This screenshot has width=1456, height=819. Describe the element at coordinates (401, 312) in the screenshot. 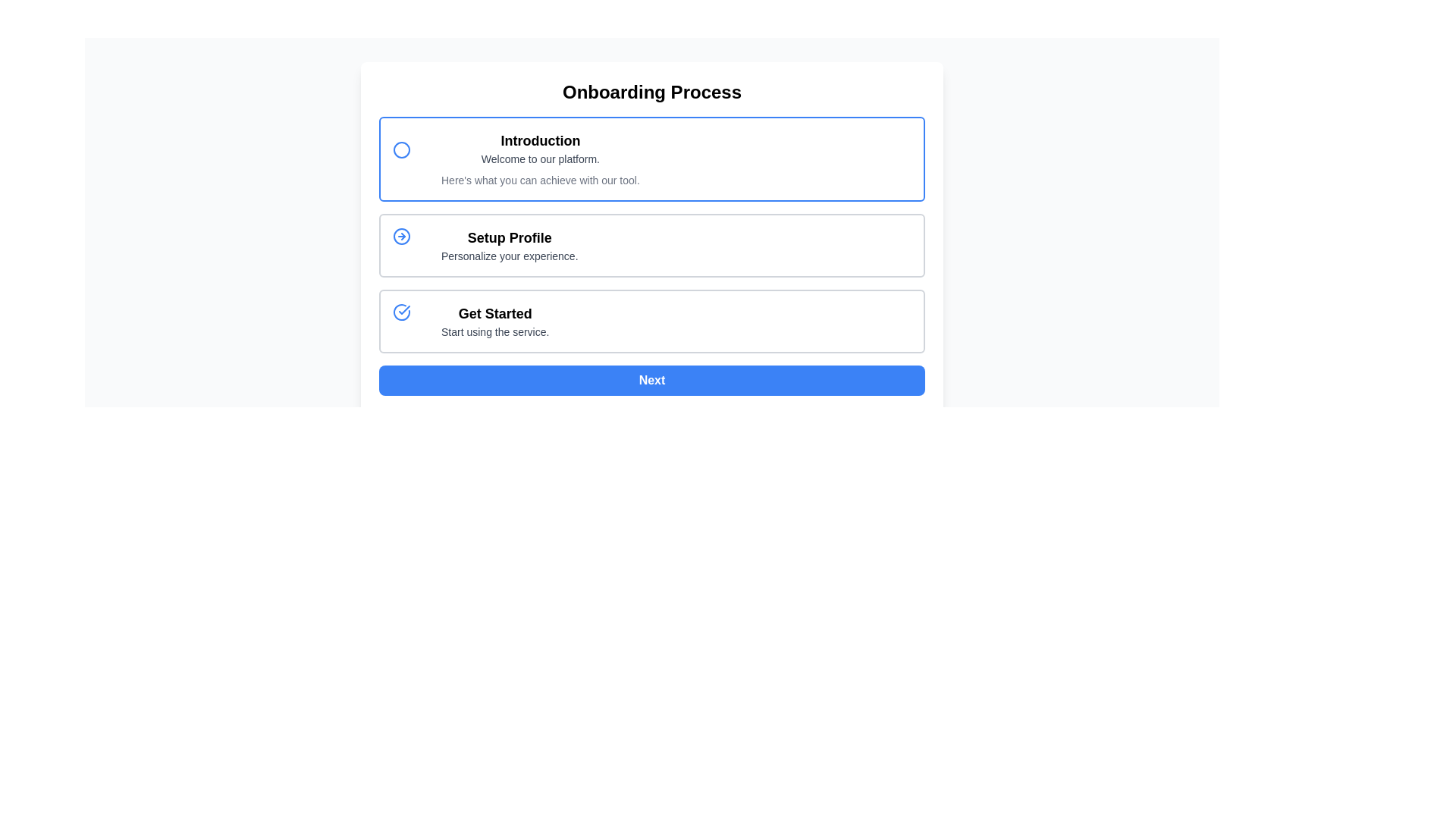

I see `the blue circular icon with a checkmark located in the 'Get Started' section of the onboarding steps list` at that location.